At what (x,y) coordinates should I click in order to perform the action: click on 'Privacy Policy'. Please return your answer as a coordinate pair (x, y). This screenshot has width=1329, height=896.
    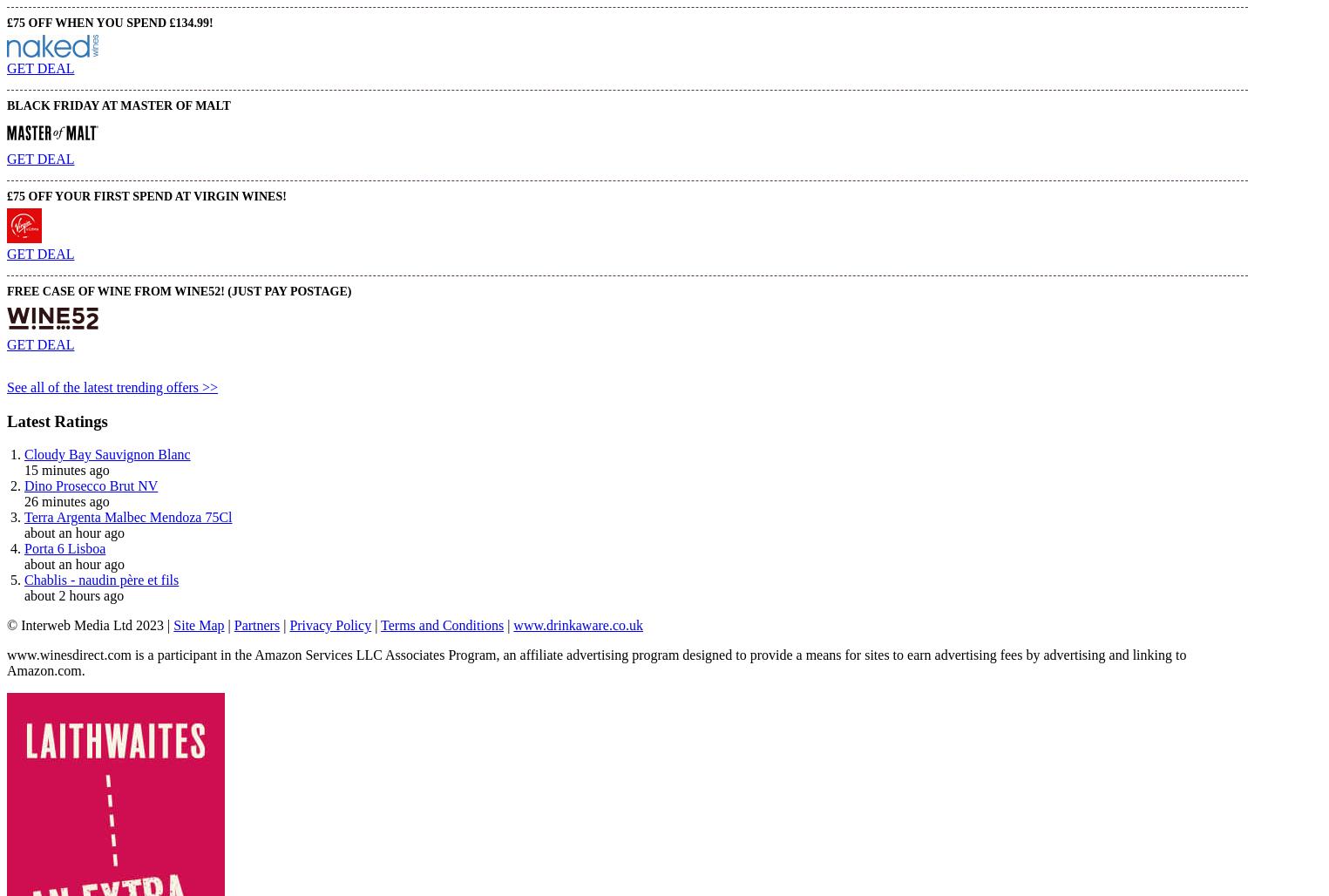
    Looking at the image, I should click on (329, 624).